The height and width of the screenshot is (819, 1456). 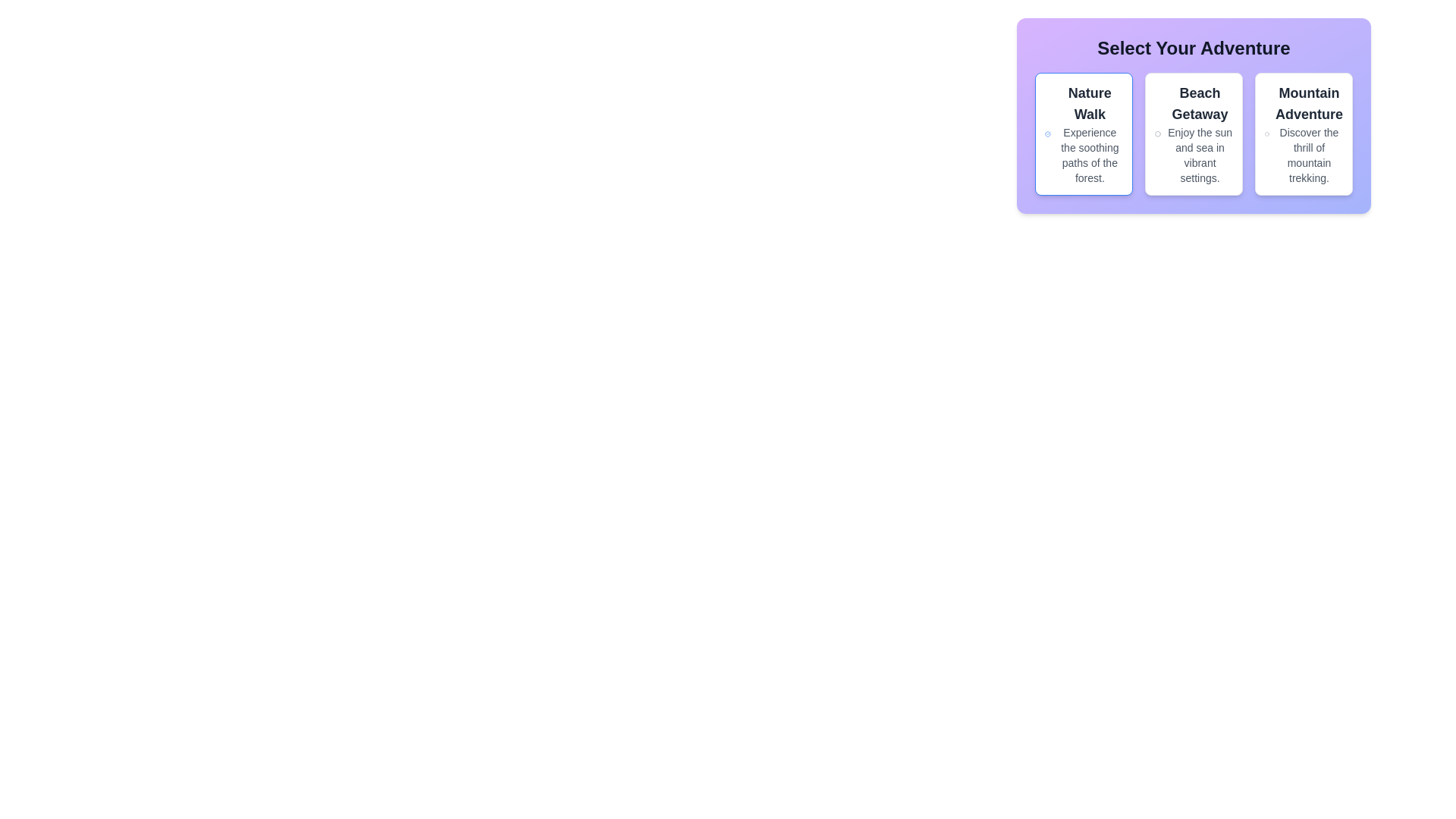 I want to click on the Interactive card group titled 'Select Your Adventure', so click(x=1193, y=115).